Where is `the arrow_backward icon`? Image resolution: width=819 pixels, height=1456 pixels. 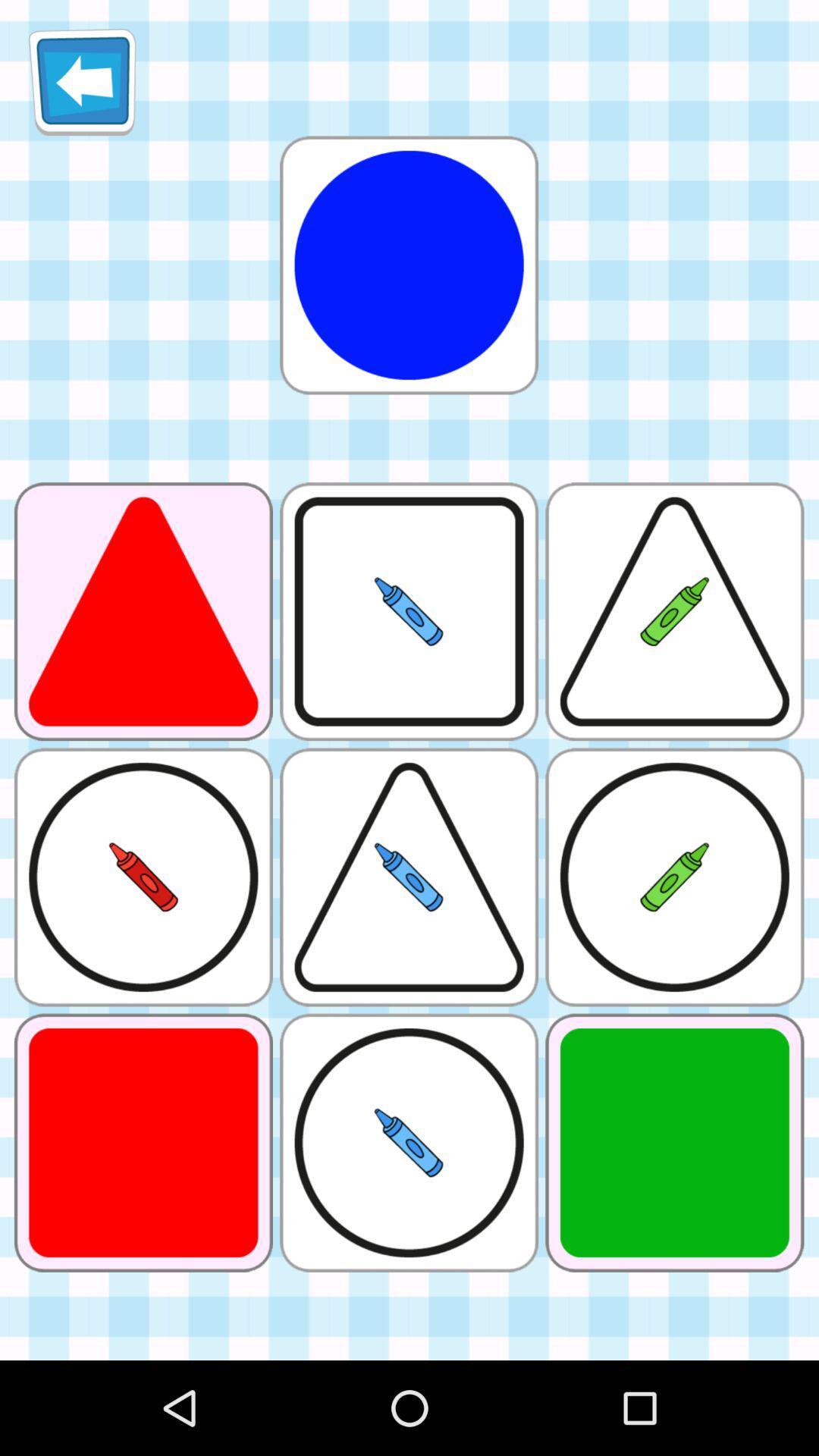 the arrow_backward icon is located at coordinates (82, 87).